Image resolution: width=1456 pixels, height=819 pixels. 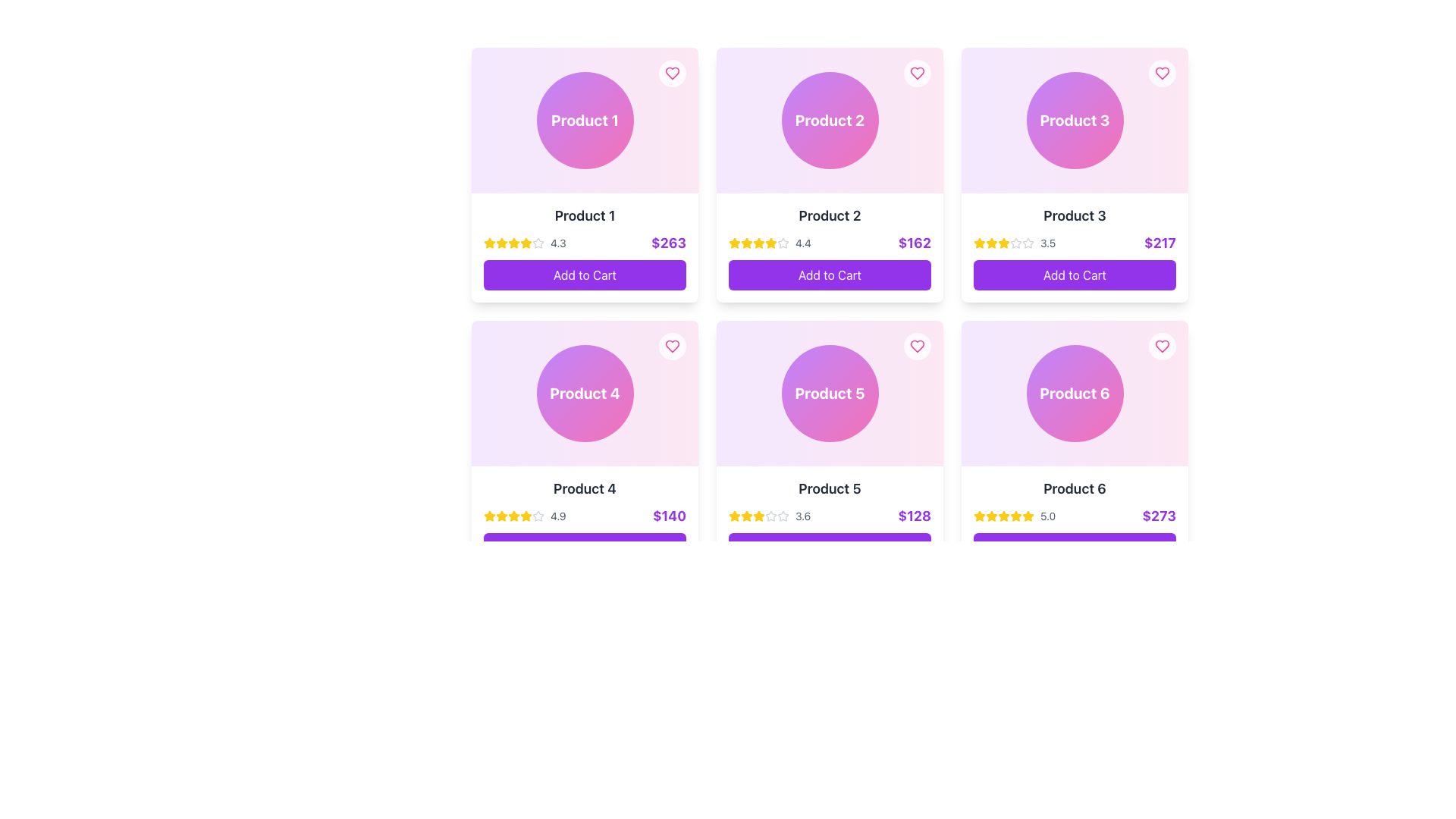 What do you see at coordinates (1047, 516) in the screenshot?
I see `the text label displaying the rating value '5.0' for 'Product 6', which is in a small, gray font and located immediately to the right of five yellow star icons` at bounding box center [1047, 516].